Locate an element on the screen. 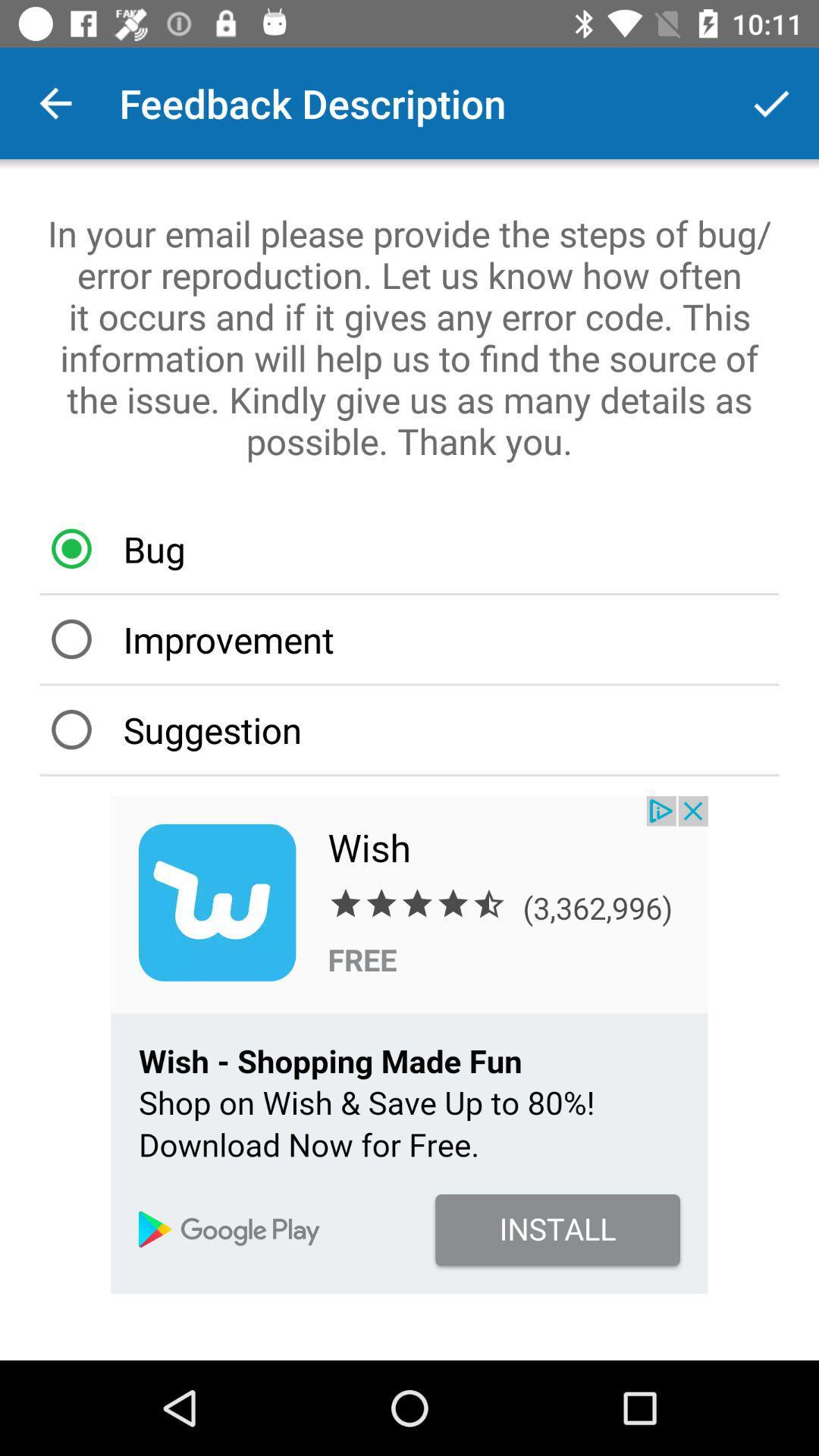 Image resolution: width=819 pixels, height=1456 pixels. advertisement is located at coordinates (409, 1044).